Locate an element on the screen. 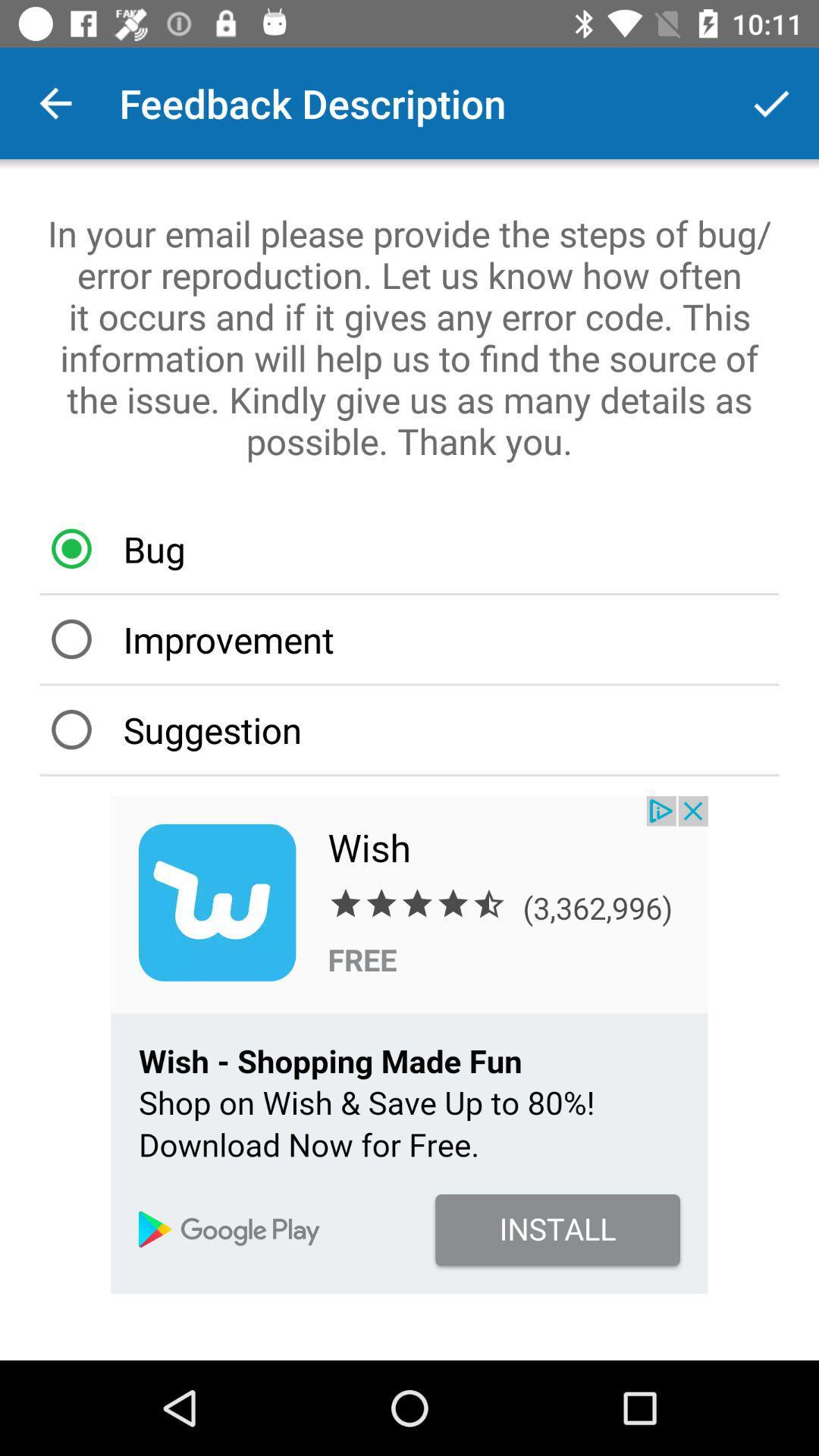 Image resolution: width=819 pixels, height=1456 pixels. advertisement is located at coordinates (409, 1044).